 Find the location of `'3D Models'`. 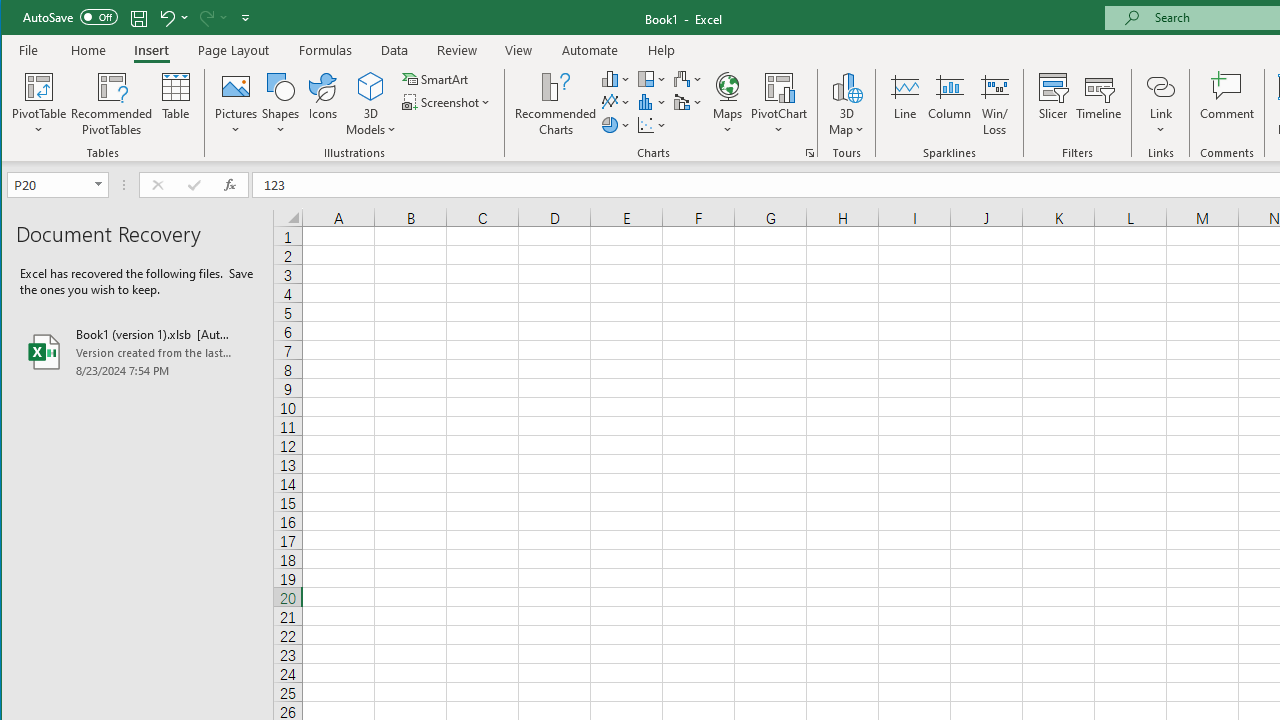

'3D Models' is located at coordinates (371, 104).